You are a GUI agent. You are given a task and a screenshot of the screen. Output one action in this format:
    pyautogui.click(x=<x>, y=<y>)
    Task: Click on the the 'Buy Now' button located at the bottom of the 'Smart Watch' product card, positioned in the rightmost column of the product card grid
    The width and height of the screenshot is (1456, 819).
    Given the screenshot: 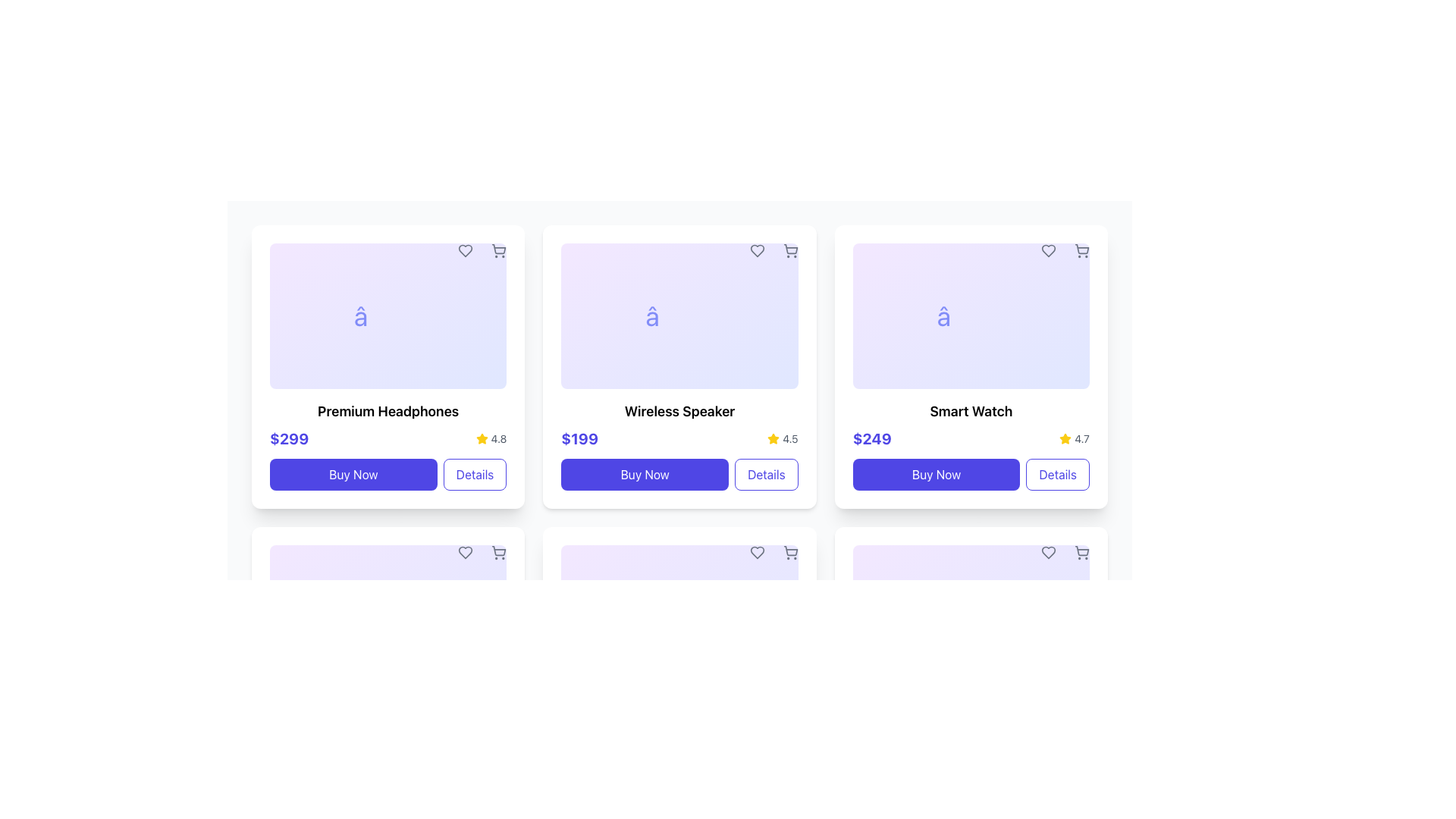 What is the action you would take?
    pyautogui.click(x=971, y=473)
    